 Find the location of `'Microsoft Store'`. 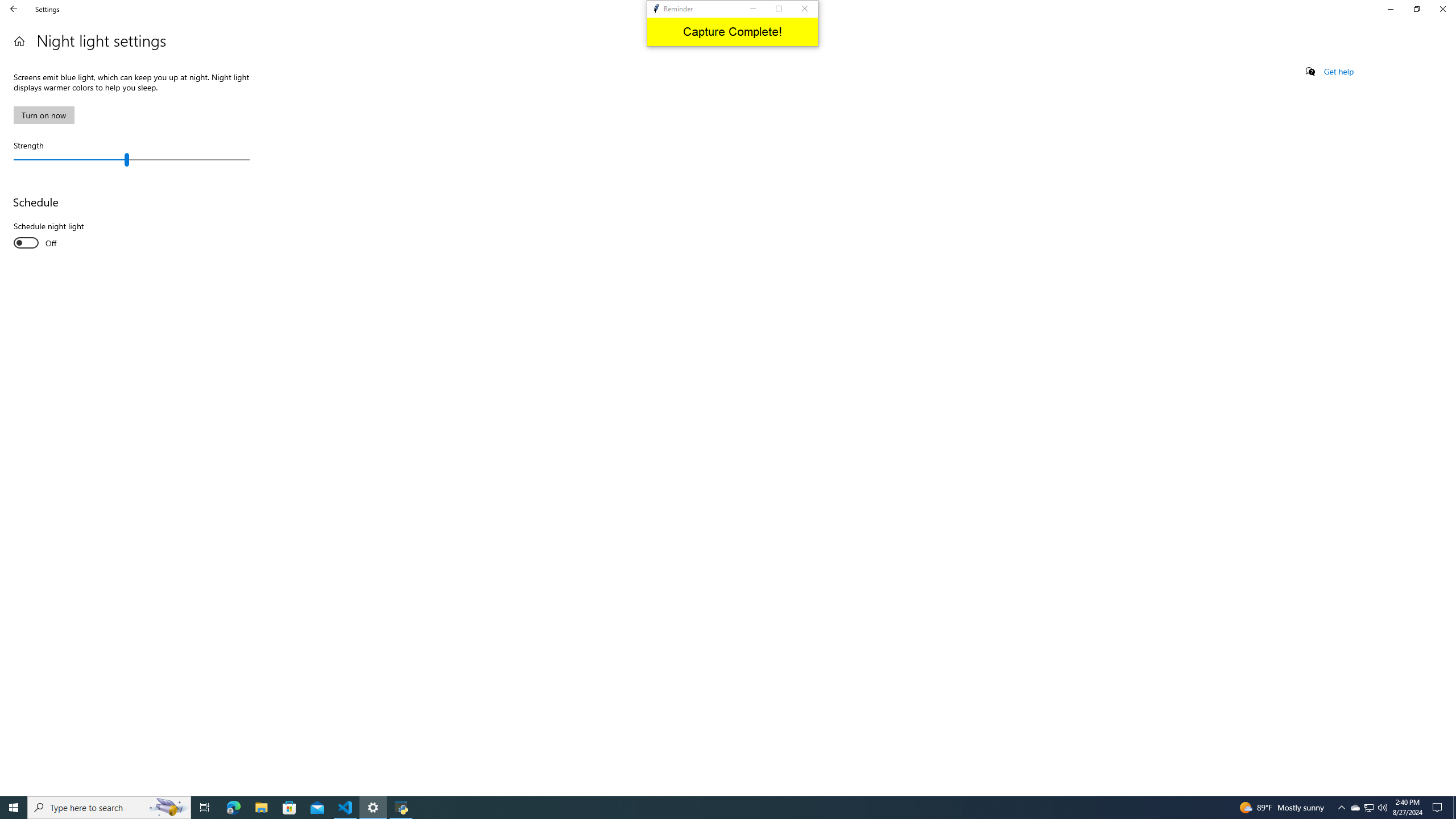

'Microsoft Store' is located at coordinates (289, 806).